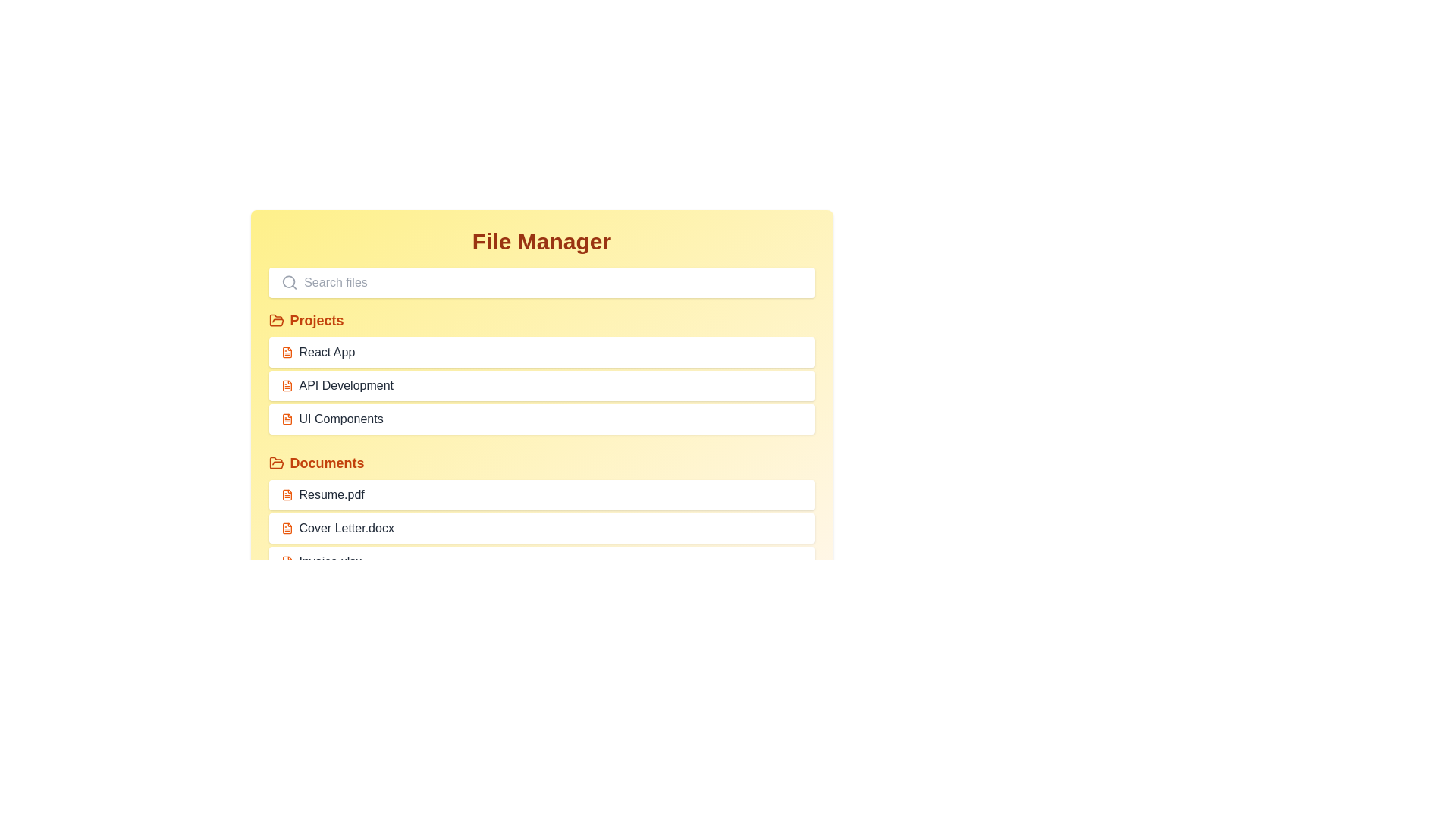 Image resolution: width=1456 pixels, height=819 pixels. Describe the element at coordinates (541, 353) in the screenshot. I see `the file named React App to select it` at that location.